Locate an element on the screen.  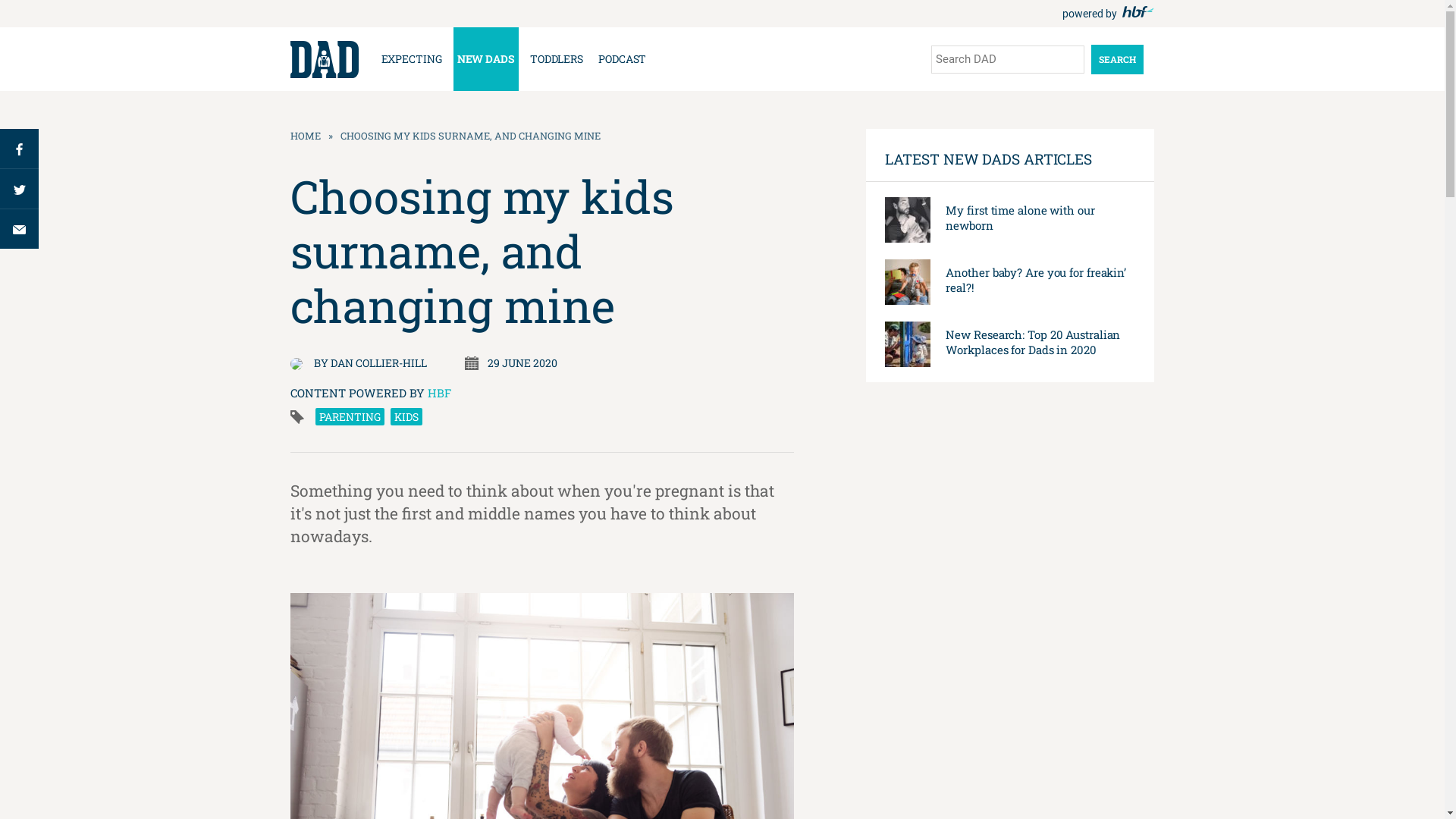
'Email' is located at coordinates (0, 228).